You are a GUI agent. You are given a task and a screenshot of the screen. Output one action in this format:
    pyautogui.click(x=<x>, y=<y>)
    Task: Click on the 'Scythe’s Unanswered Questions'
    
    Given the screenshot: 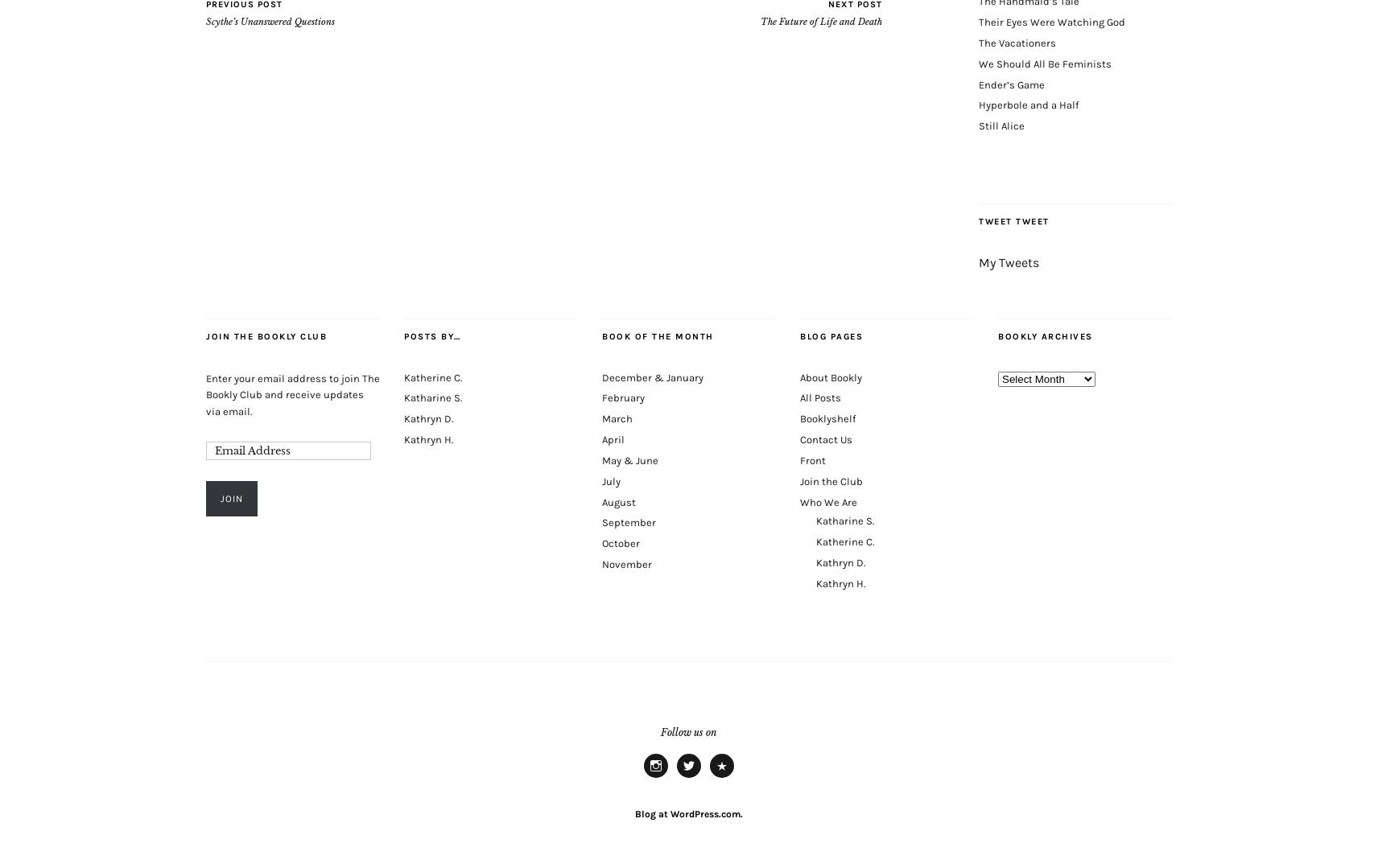 What is the action you would take?
    pyautogui.click(x=270, y=21)
    